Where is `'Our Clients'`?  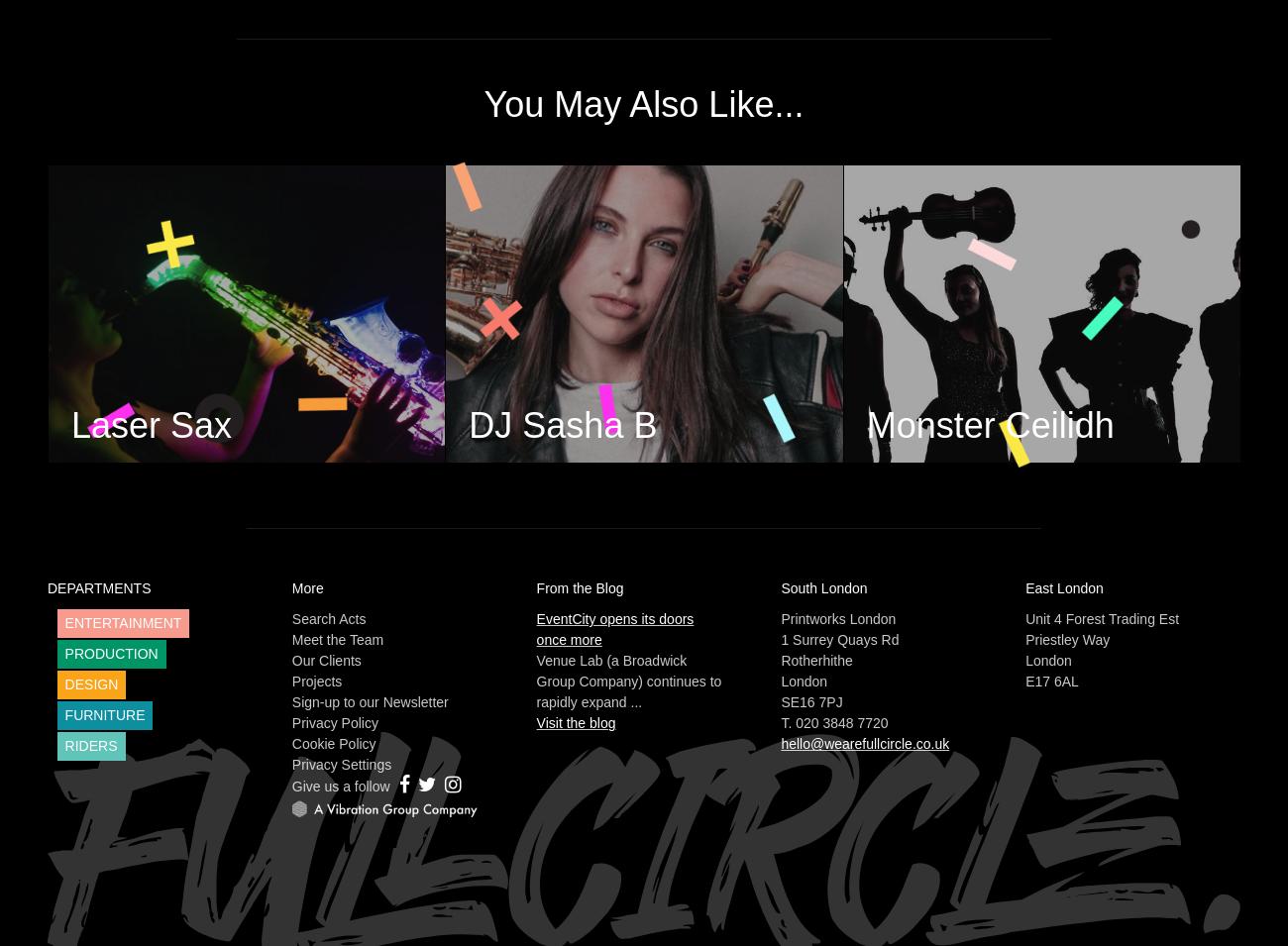
'Our Clients' is located at coordinates (325, 659).